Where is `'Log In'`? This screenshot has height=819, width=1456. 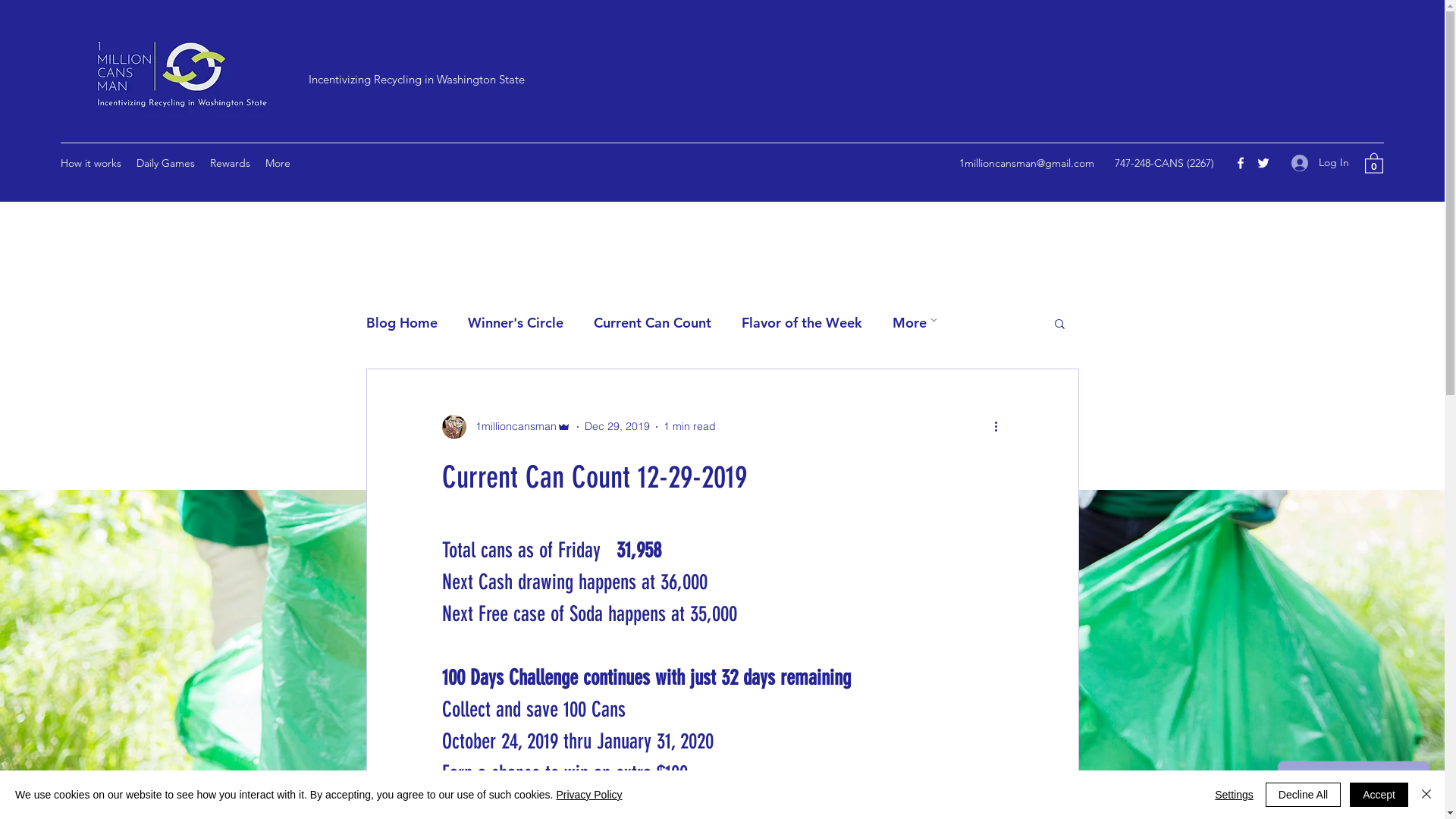
'Log In' is located at coordinates (1319, 162).